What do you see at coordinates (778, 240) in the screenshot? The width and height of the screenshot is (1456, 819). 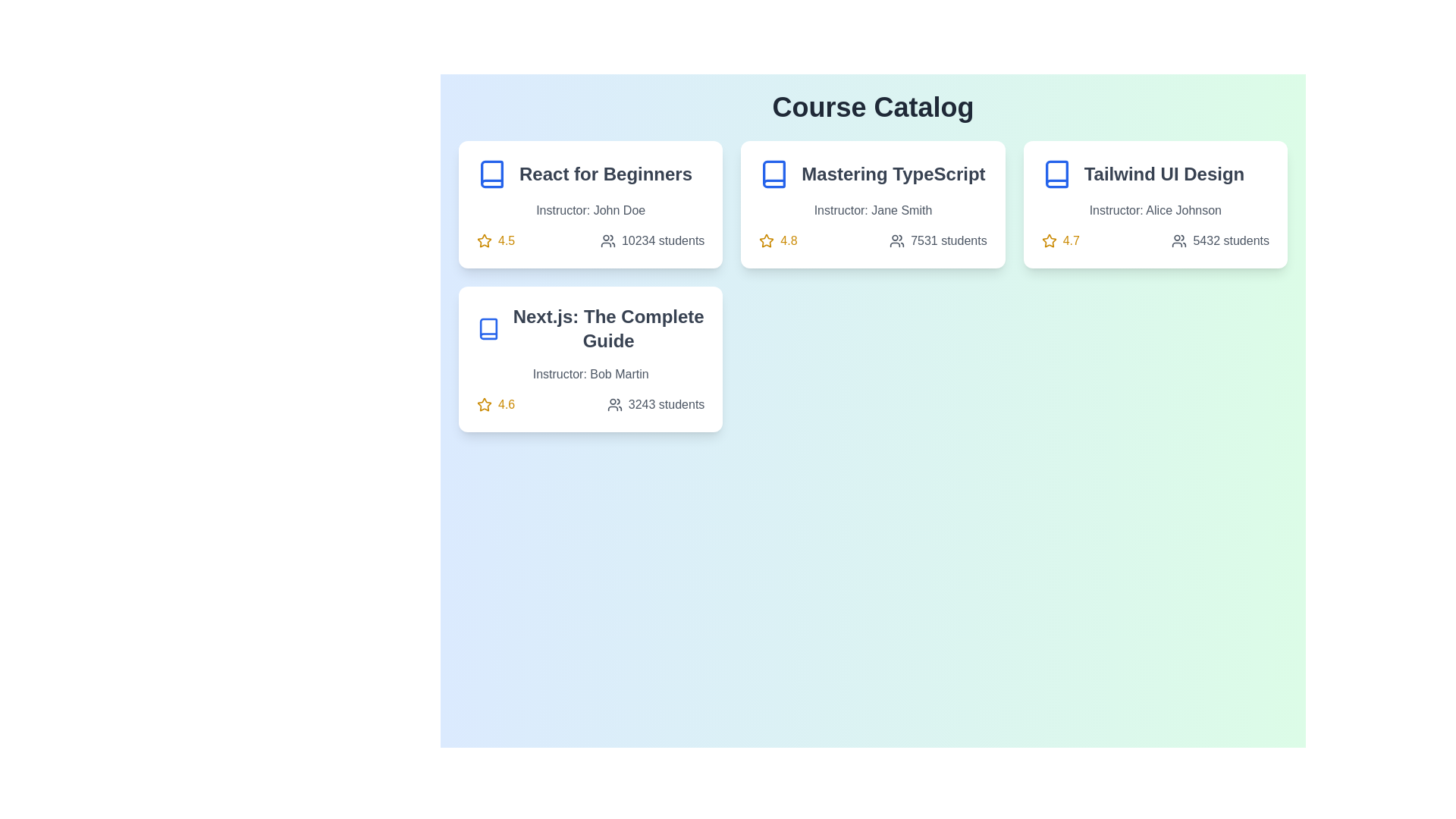 I see `the Rating display component that shows the course rating for 'Mastering TypeScript' in the Course Catalog grid` at bounding box center [778, 240].